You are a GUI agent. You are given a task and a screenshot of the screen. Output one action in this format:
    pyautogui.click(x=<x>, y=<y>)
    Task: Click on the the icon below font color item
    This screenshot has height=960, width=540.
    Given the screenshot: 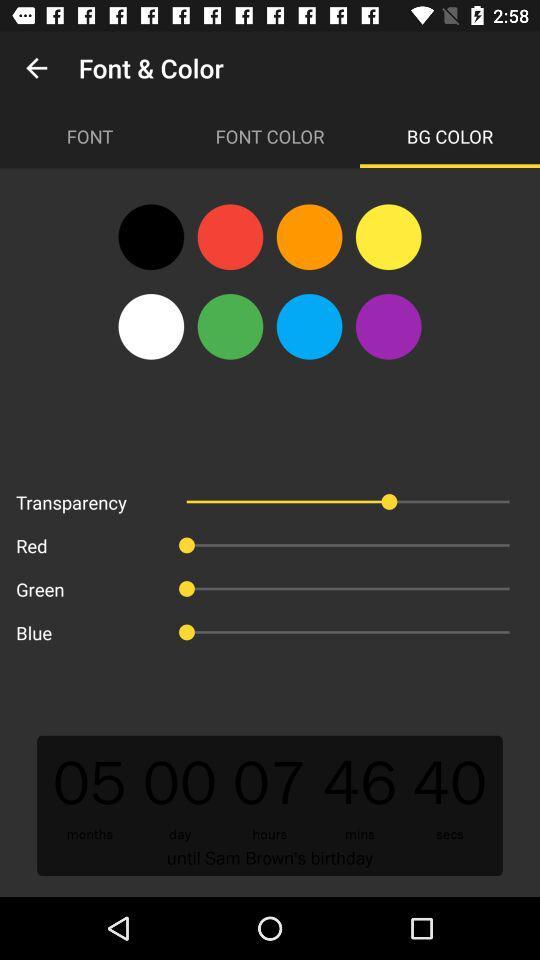 What is the action you would take?
    pyautogui.click(x=388, y=237)
    